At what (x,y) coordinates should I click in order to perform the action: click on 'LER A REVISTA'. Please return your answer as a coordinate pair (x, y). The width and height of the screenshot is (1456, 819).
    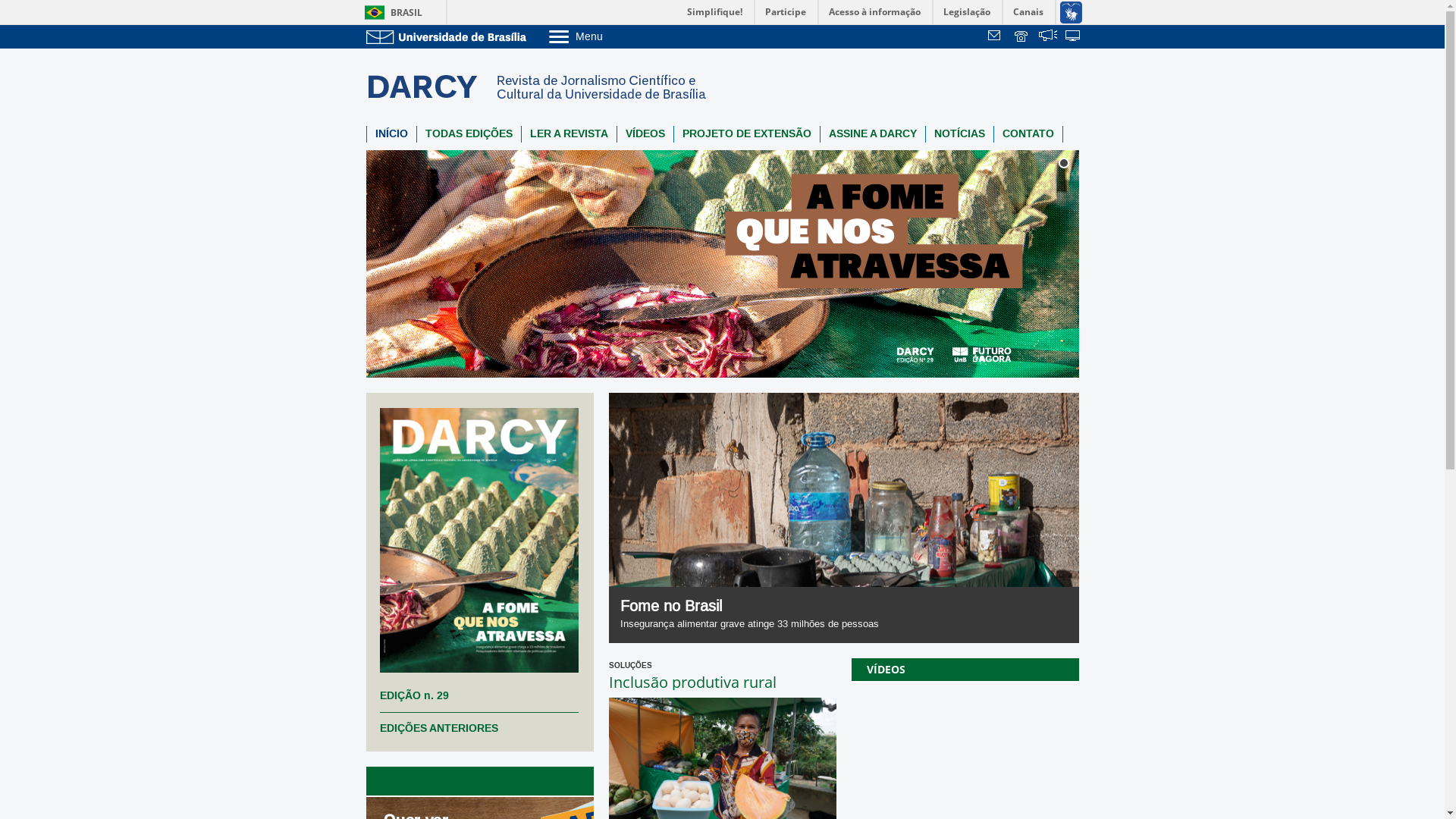
    Looking at the image, I should click on (521, 133).